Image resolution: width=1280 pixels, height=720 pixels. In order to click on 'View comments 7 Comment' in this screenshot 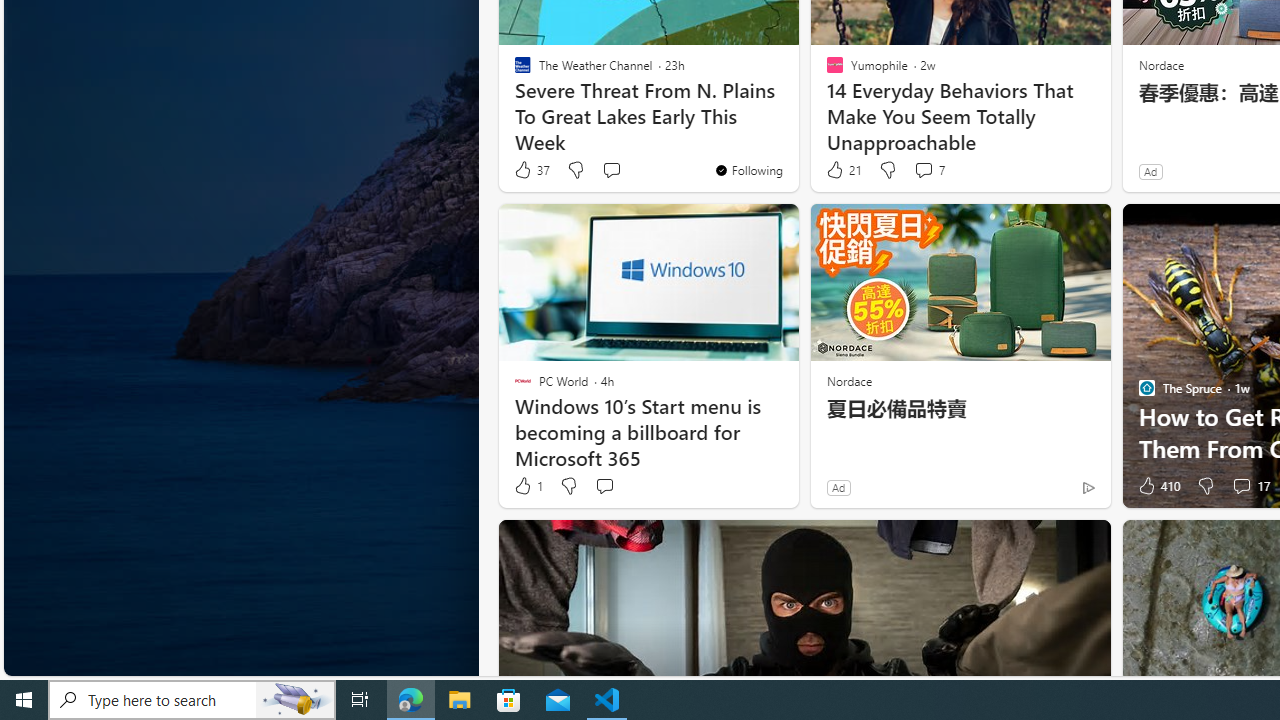, I will do `click(922, 168)`.